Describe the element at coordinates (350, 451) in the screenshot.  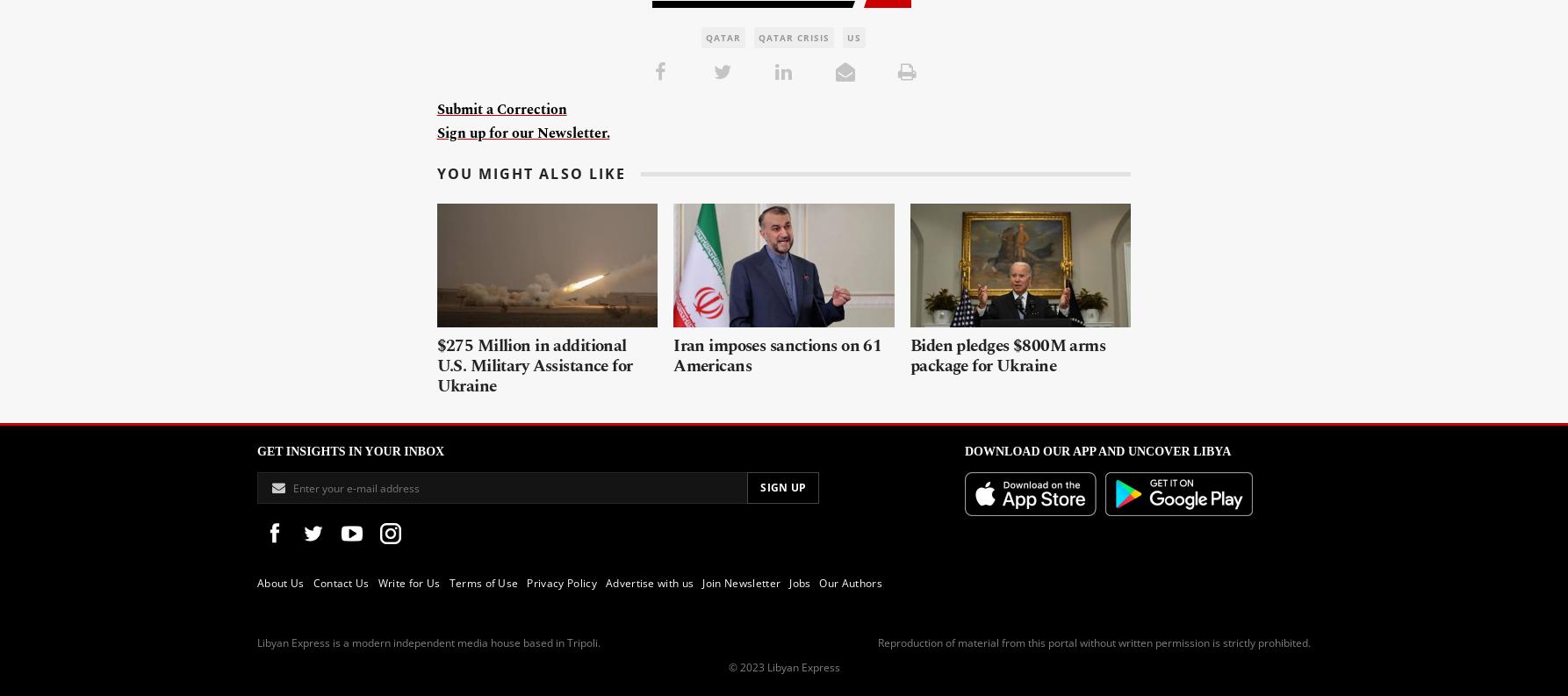
I see `'Get Insights in your inbox'` at that location.